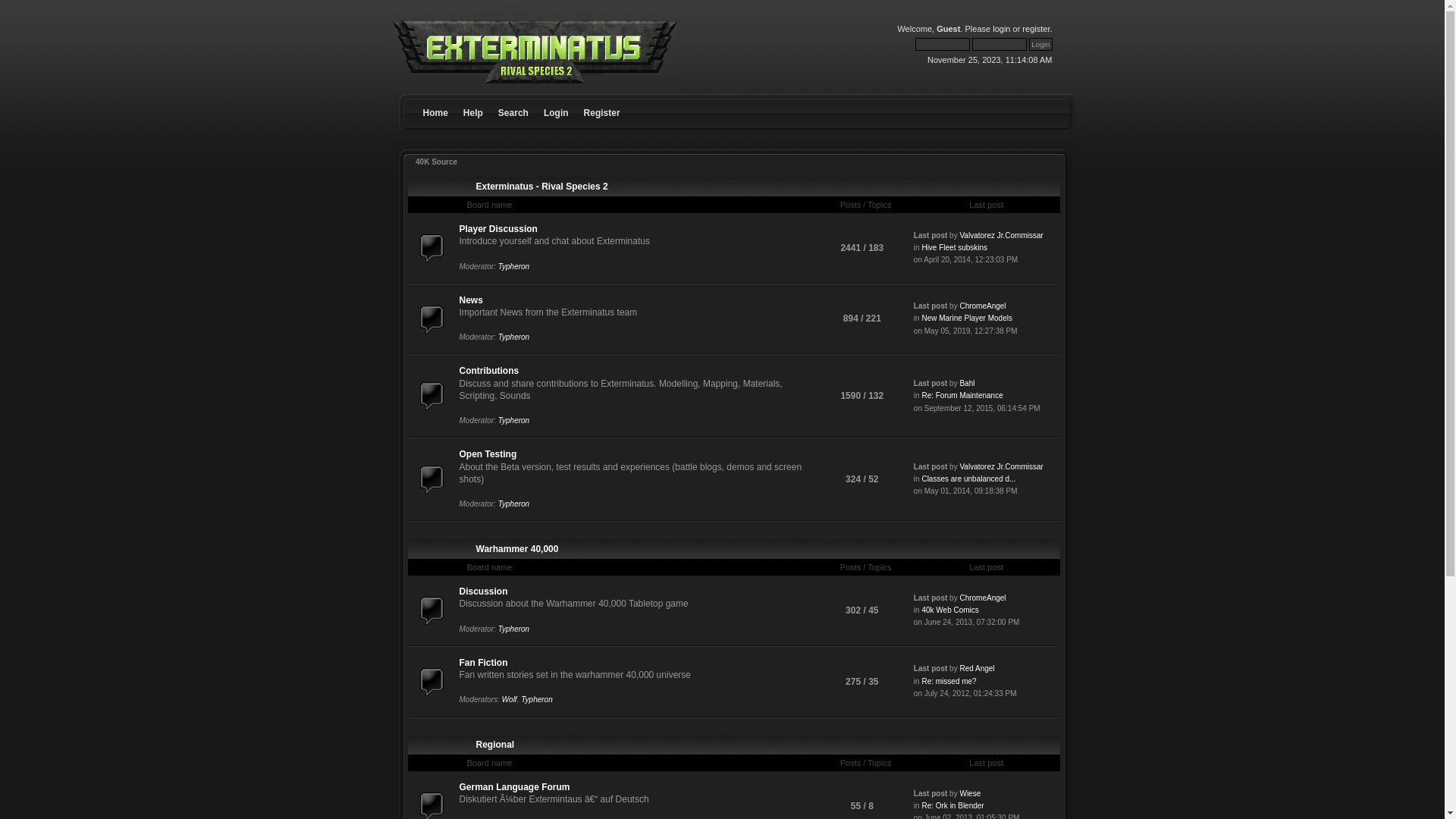 The image size is (1456, 819). Describe the element at coordinates (952, 805) in the screenshot. I see `'Re: Ork in Blender'` at that location.